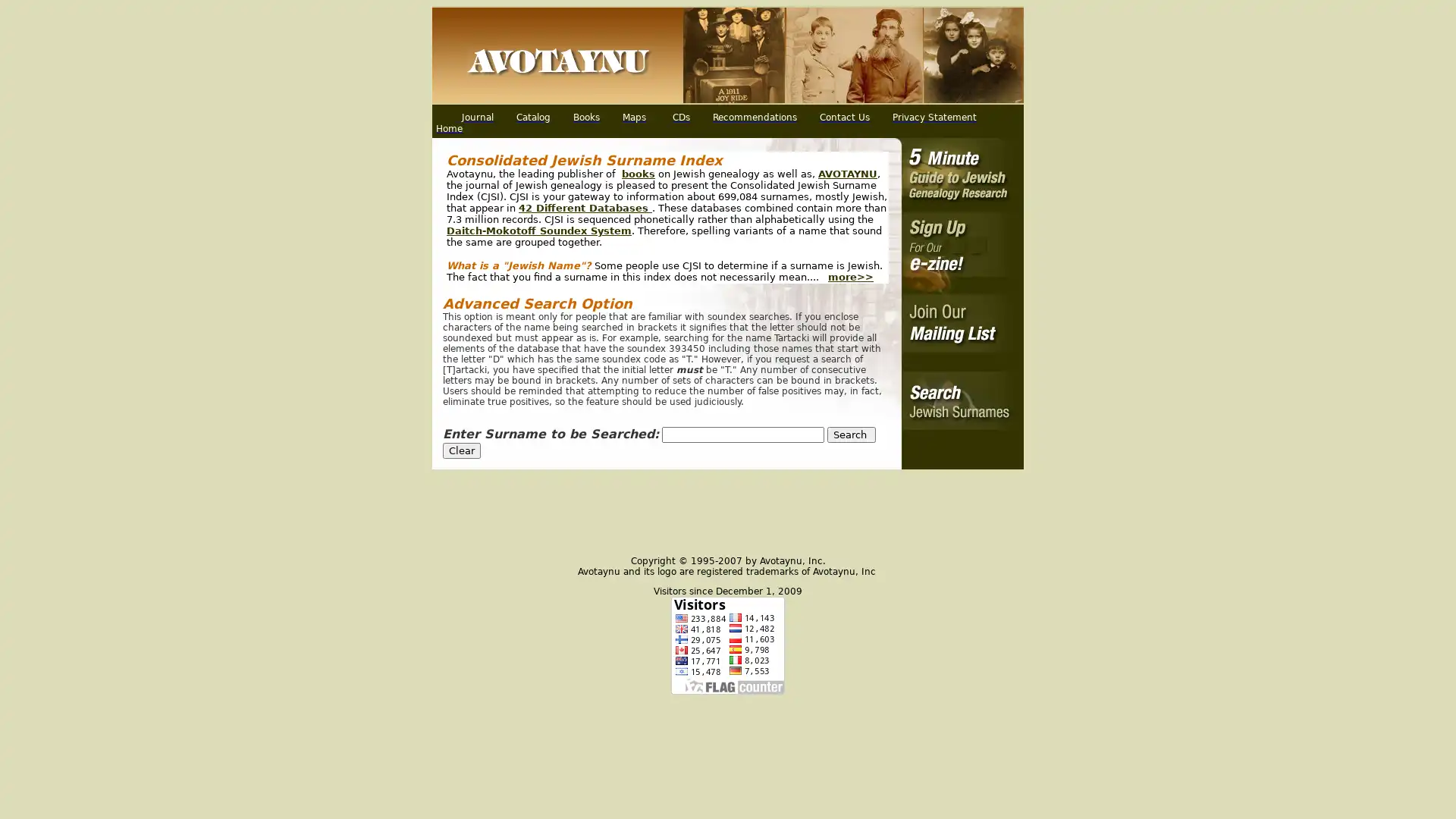 The height and width of the screenshot is (819, 1456). I want to click on Search, so click(852, 435).